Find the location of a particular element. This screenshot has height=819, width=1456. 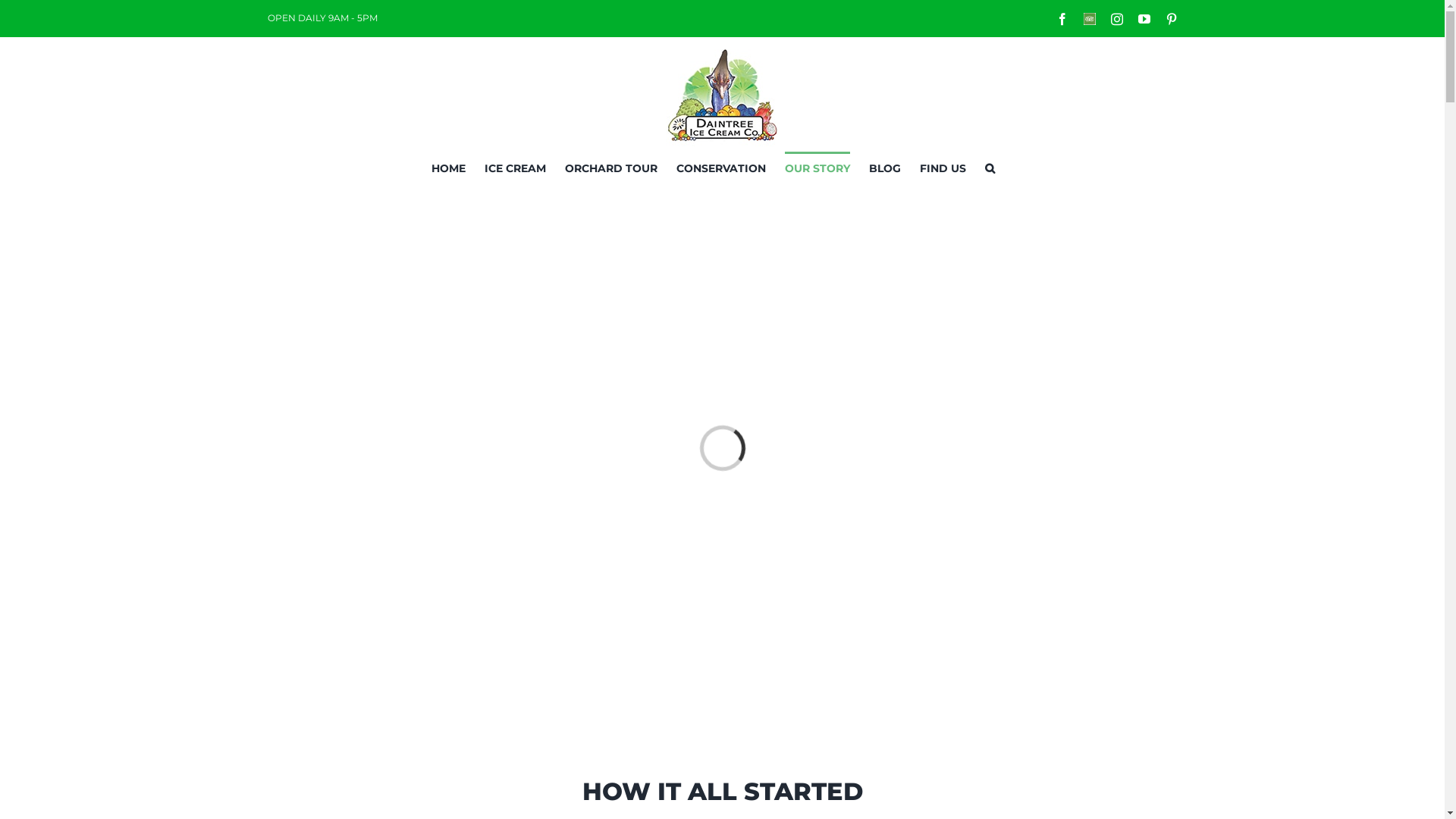

'Instagram' is located at coordinates (1110, 17).